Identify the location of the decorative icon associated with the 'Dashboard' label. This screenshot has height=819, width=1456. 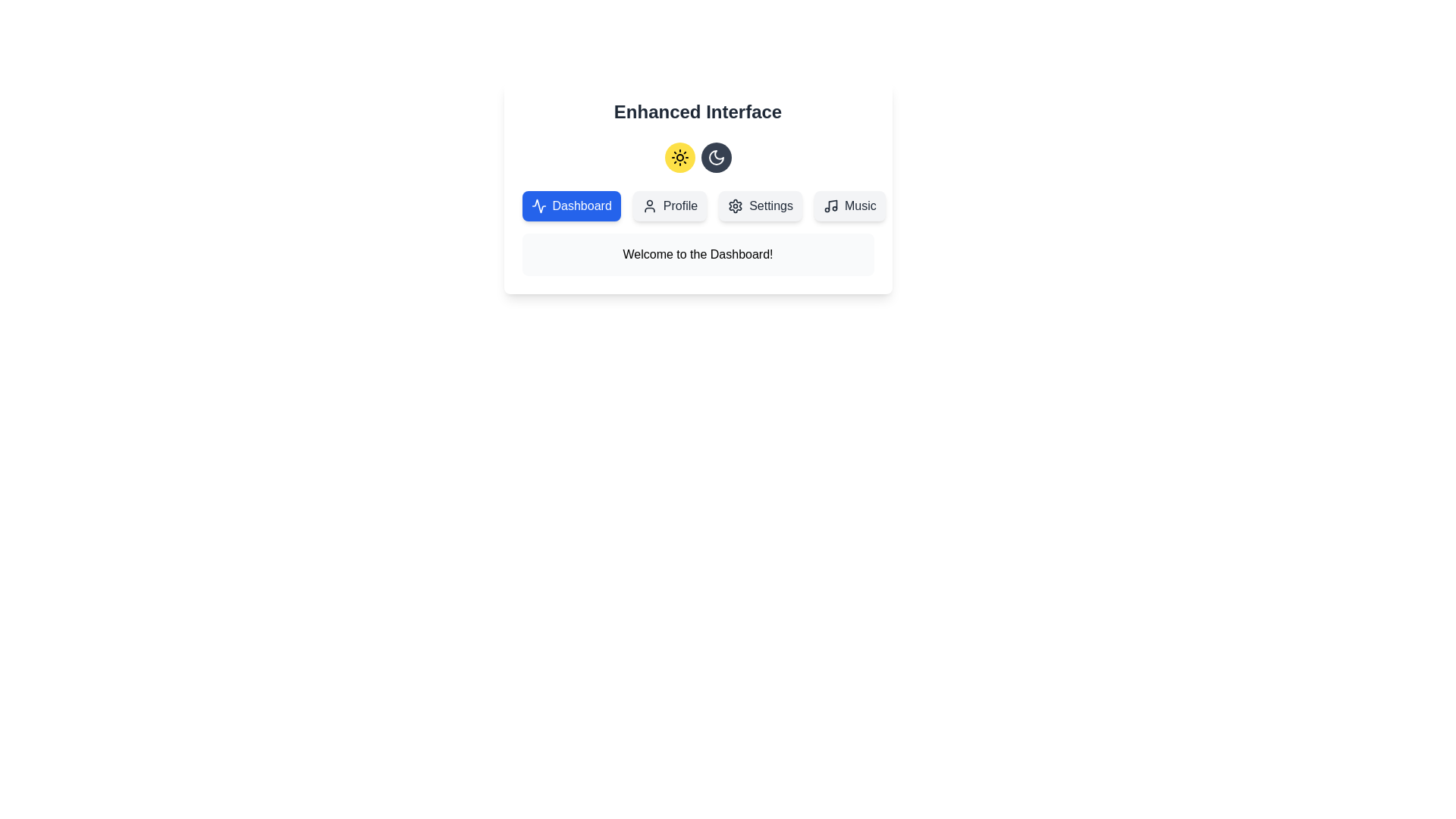
(538, 206).